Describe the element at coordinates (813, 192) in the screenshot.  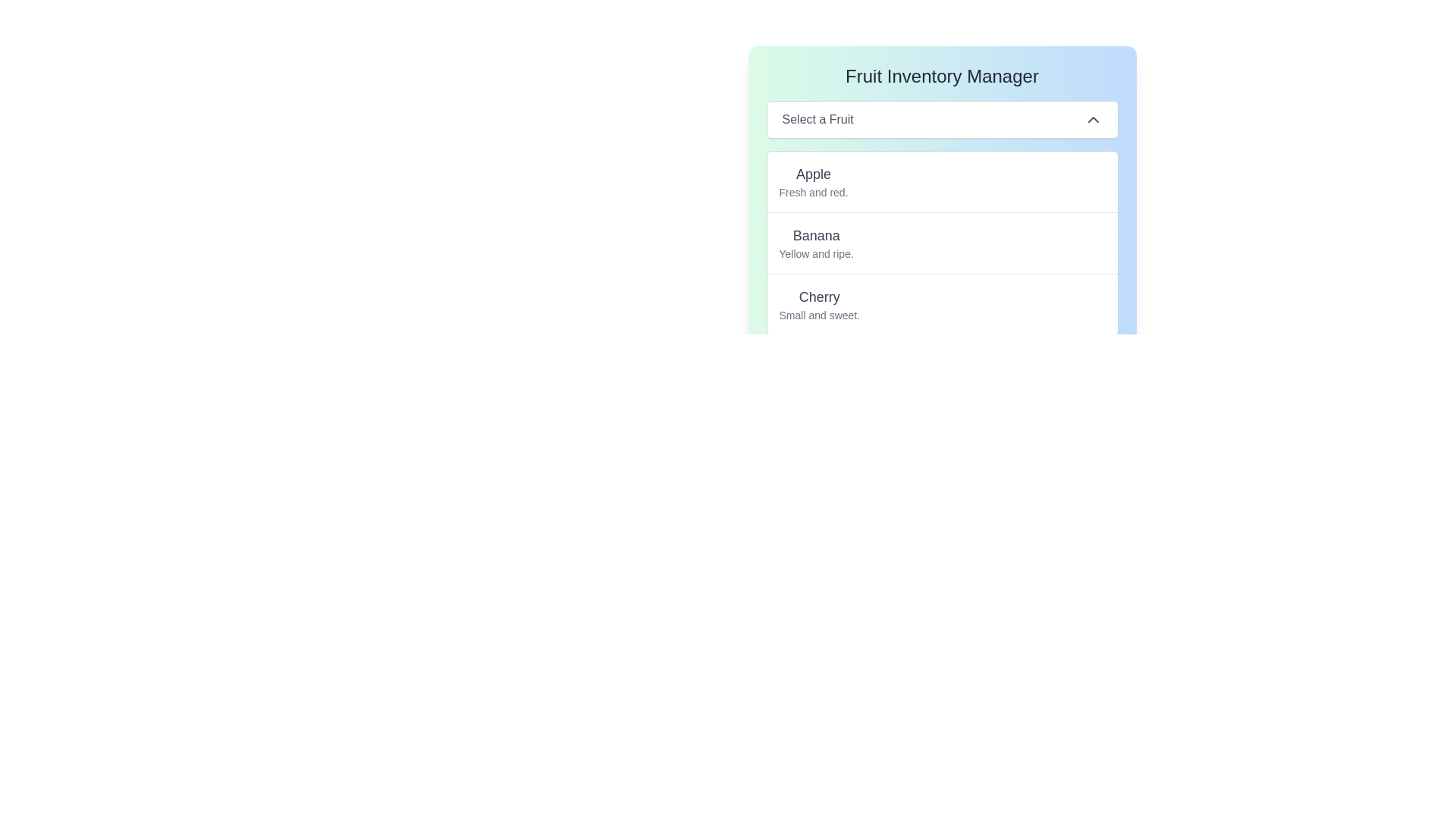
I see `the text label displaying 'Fresh and red.' located directly below the main text 'Apple'` at that location.